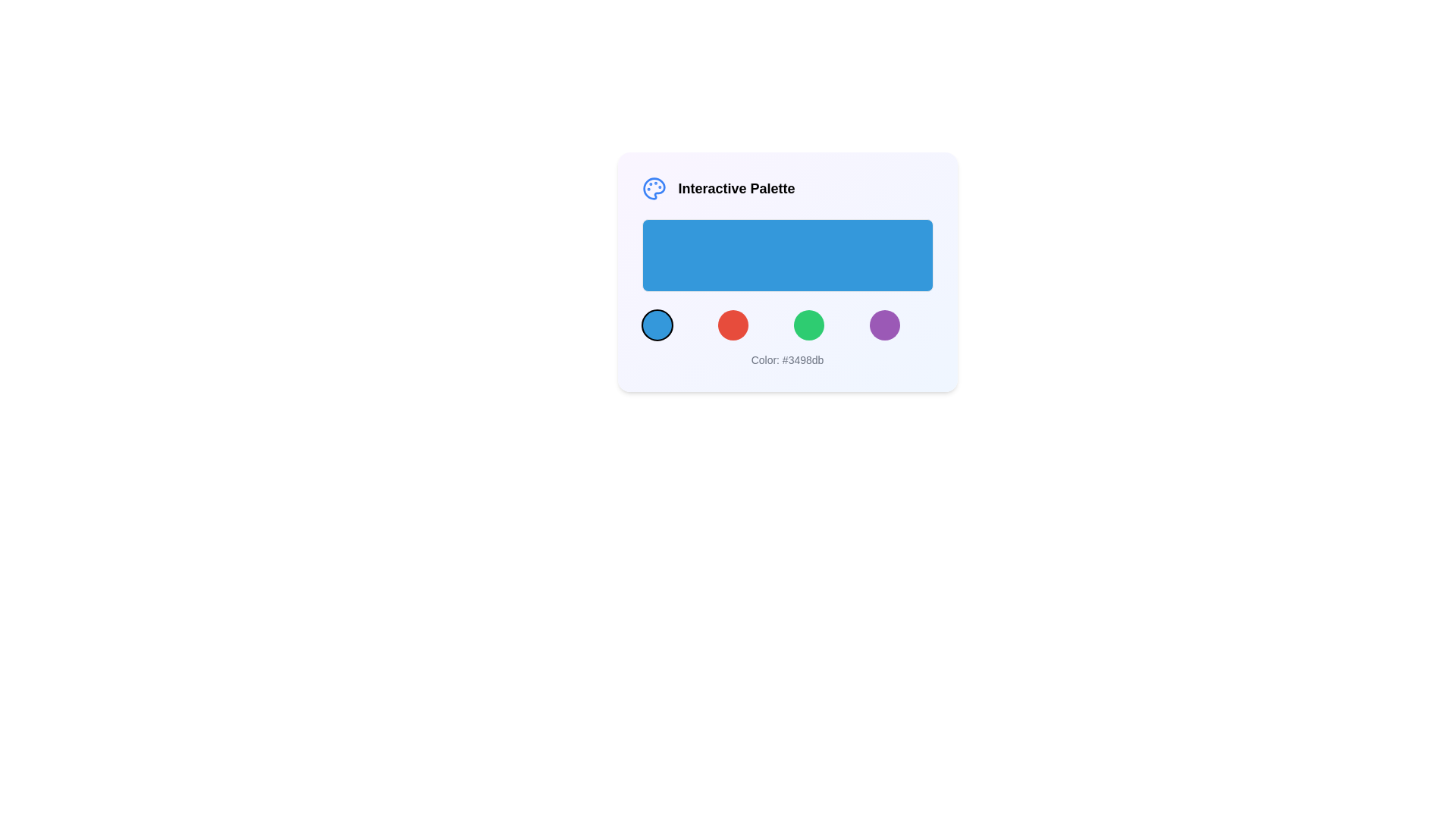 The height and width of the screenshot is (819, 1456). Describe the element at coordinates (787, 188) in the screenshot. I see `the Label with an Icon located at the upper center of the card-like structure, which helps users identify the content and purpose of the section` at that location.